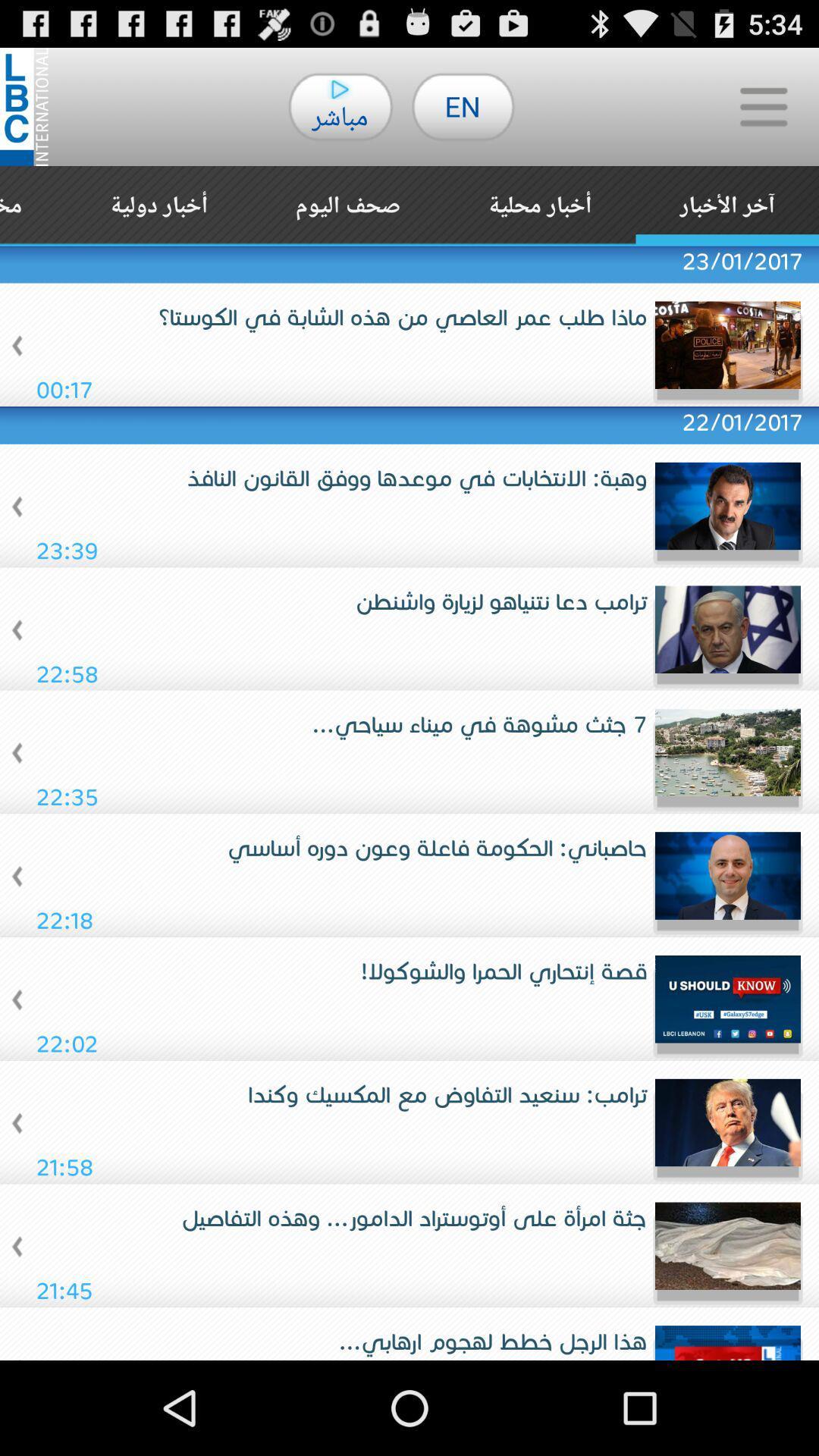 This screenshot has height=1456, width=819. I want to click on the button next to en button, so click(763, 105).